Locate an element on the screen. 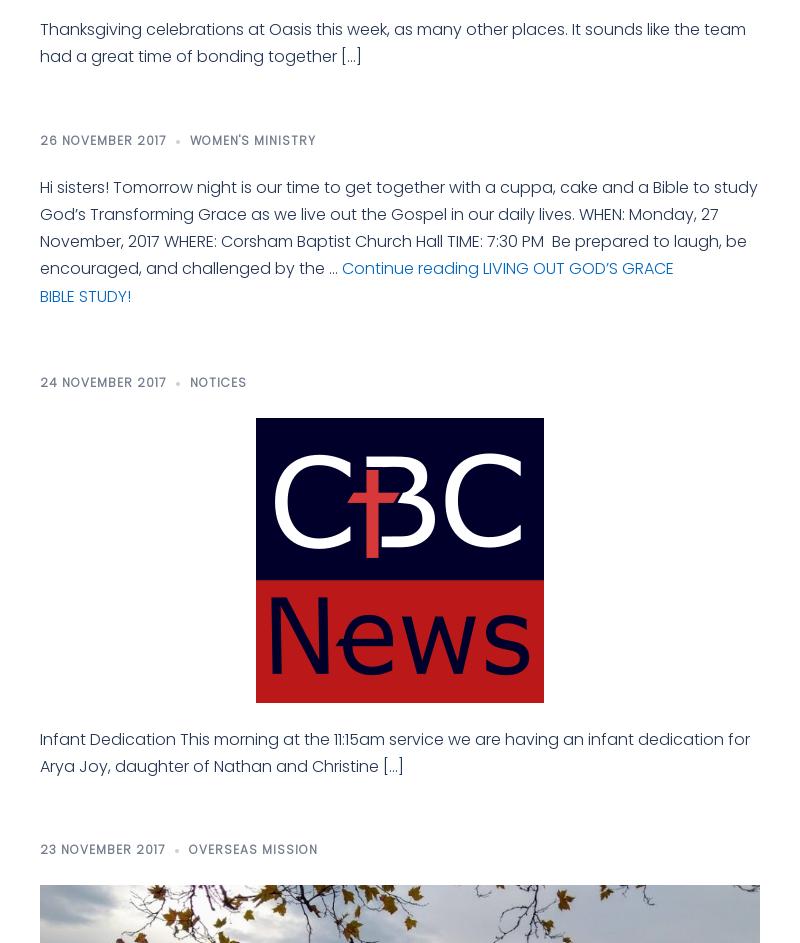  'Telephone:' is located at coordinates (541, 552).